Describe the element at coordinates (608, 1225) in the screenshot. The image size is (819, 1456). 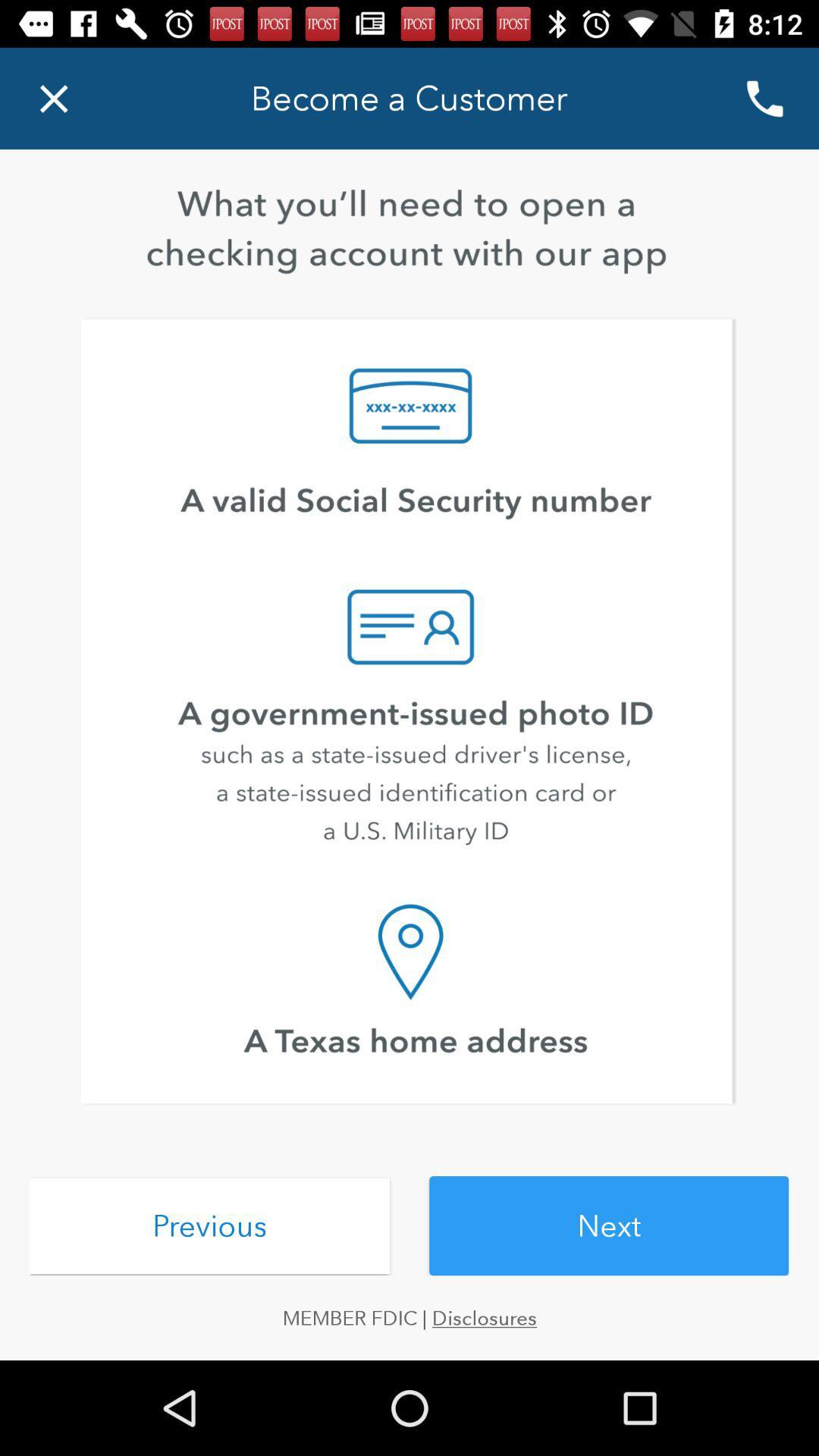
I see `the next` at that location.